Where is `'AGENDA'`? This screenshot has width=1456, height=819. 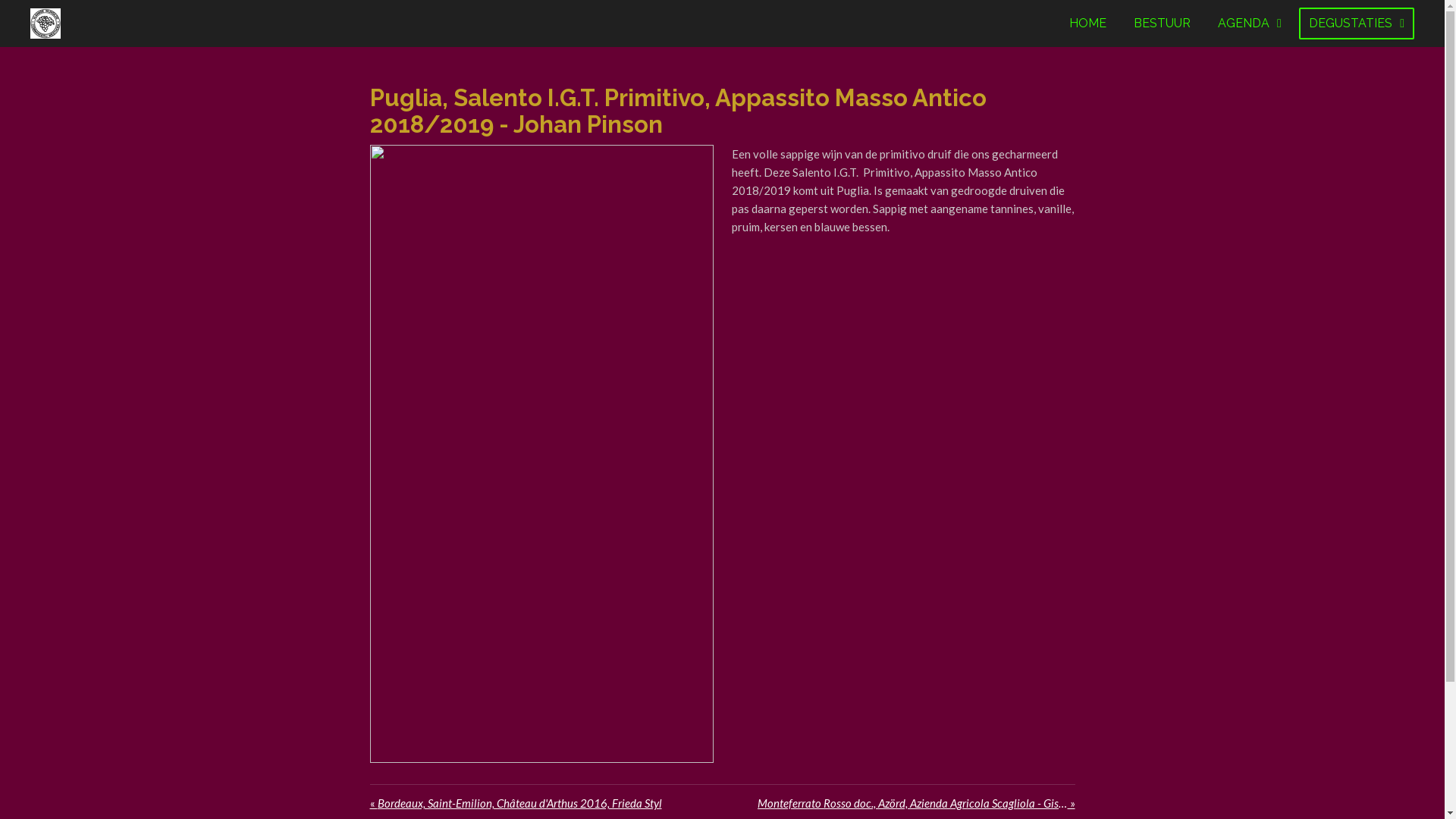 'AGENDA' is located at coordinates (1249, 23).